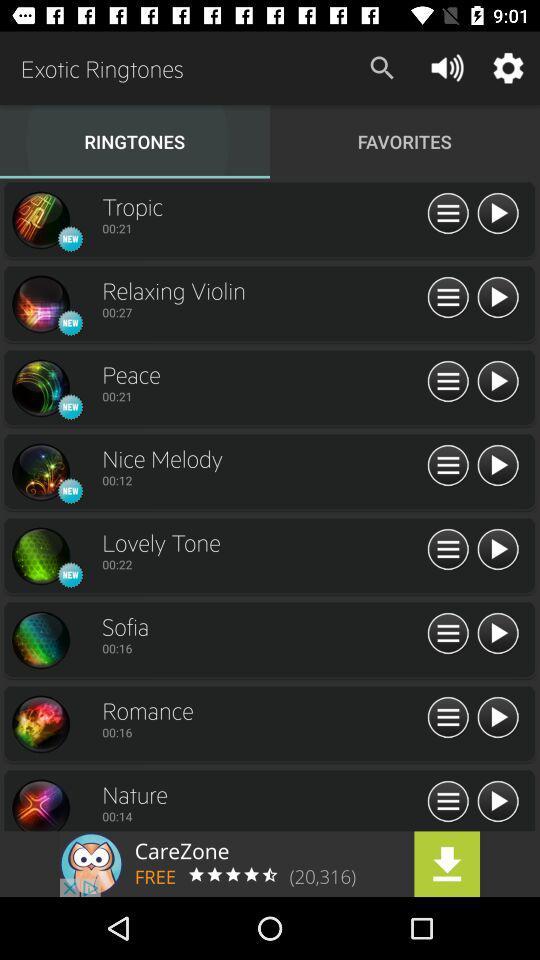 The height and width of the screenshot is (960, 540). I want to click on play on the track, so click(496, 297).